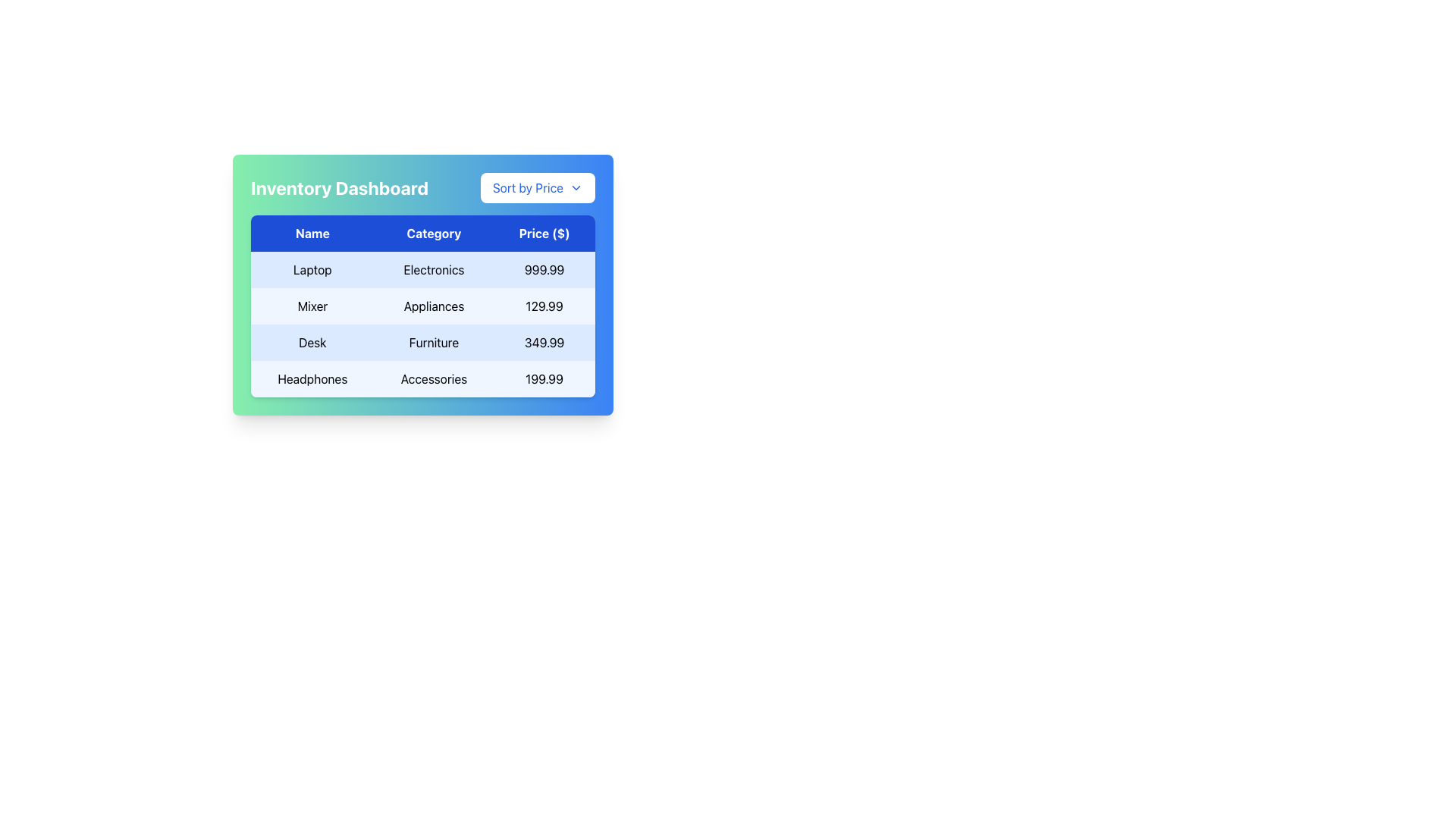 This screenshot has height=819, width=1456. What do you see at coordinates (312, 234) in the screenshot?
I see `the 'Name' text label in the table header, which is the first column header identifying its content` at bounding box center [312, 234].